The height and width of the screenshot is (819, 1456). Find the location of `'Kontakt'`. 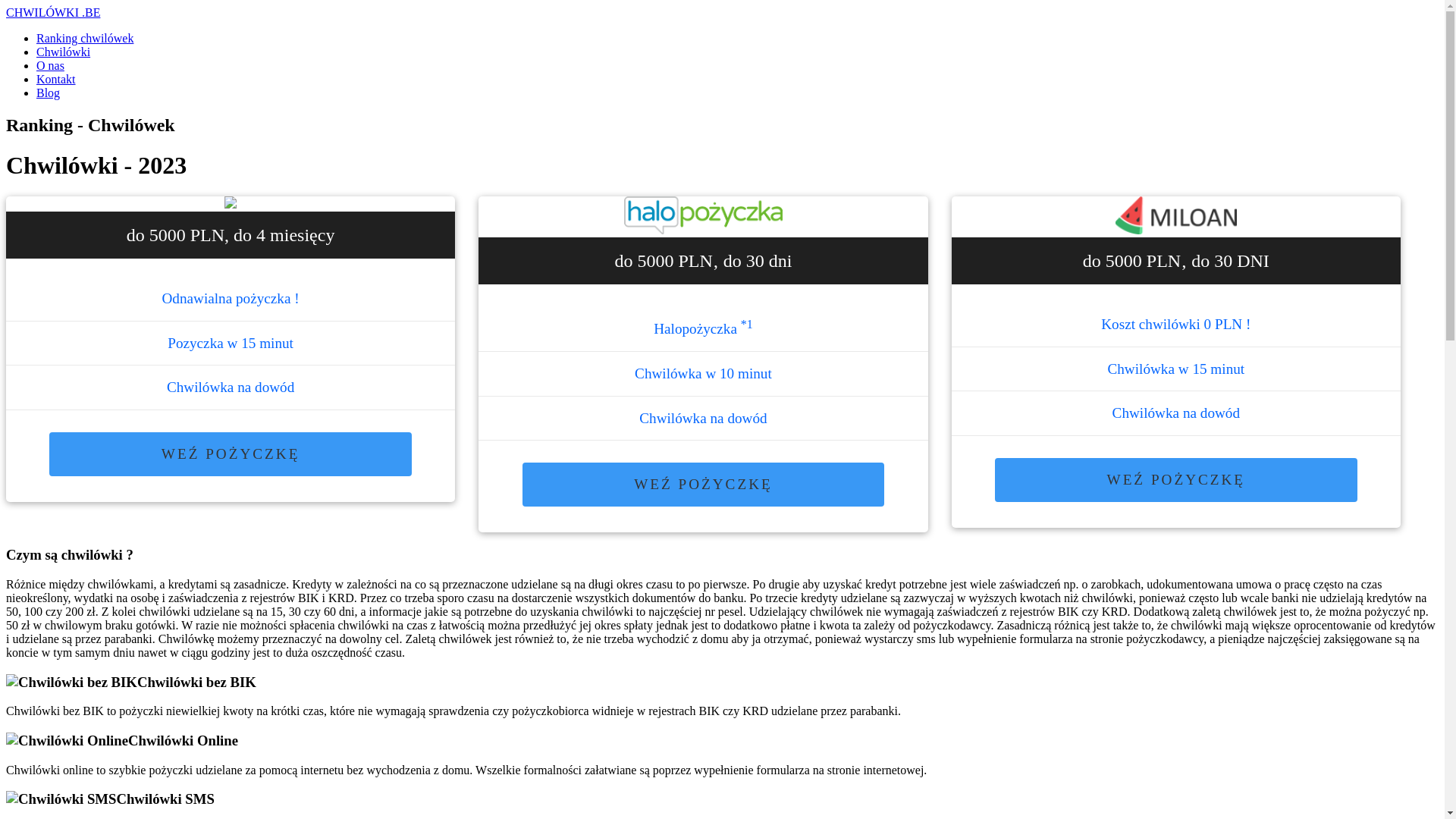

'Kontakt' is located at coordinates (36, 79).